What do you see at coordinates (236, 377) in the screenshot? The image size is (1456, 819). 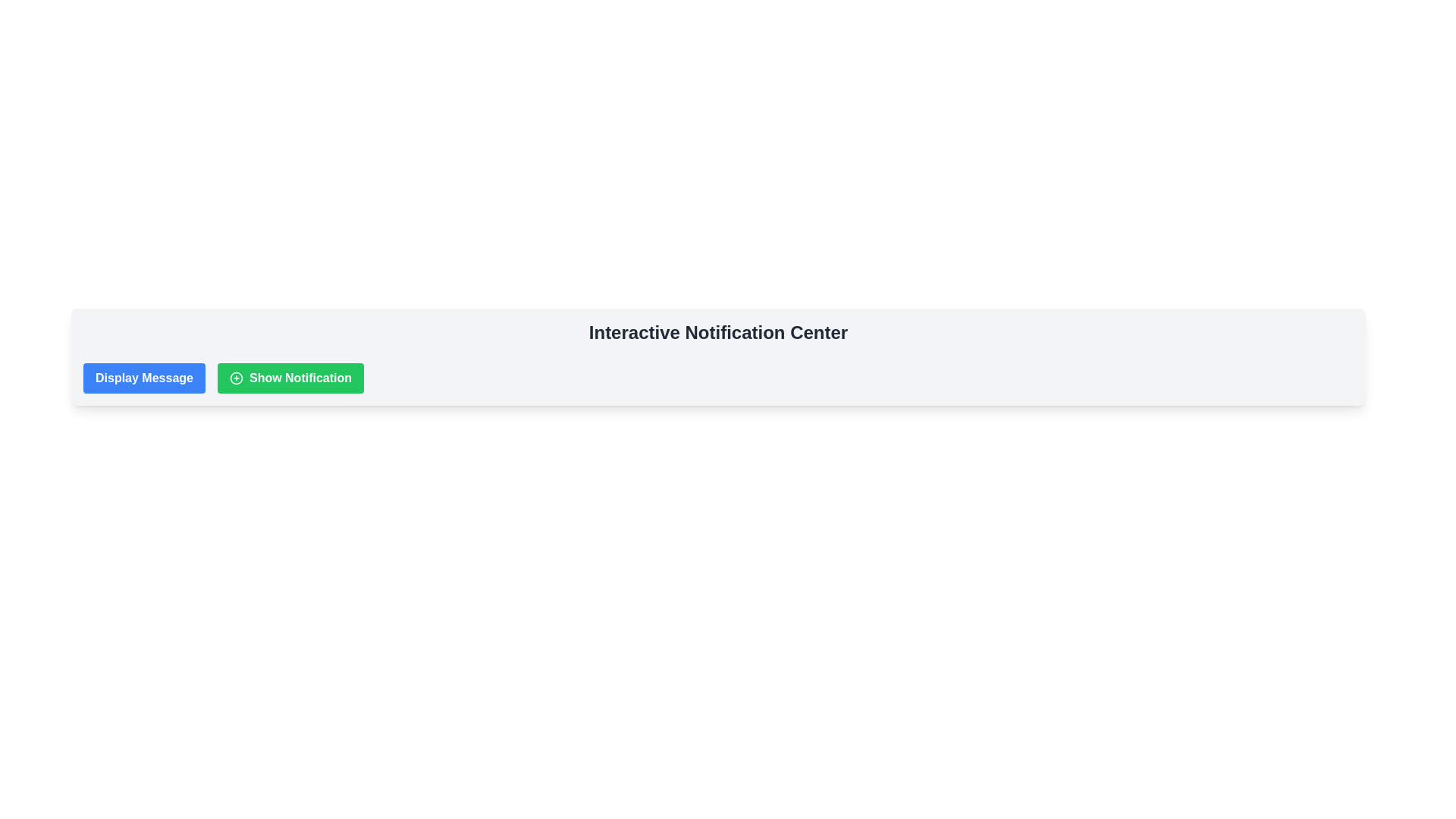 I see `SVG Circle element that serves as the boundary for the plus icon within the 'Show Notification' button` at bounding box center [236, 377].